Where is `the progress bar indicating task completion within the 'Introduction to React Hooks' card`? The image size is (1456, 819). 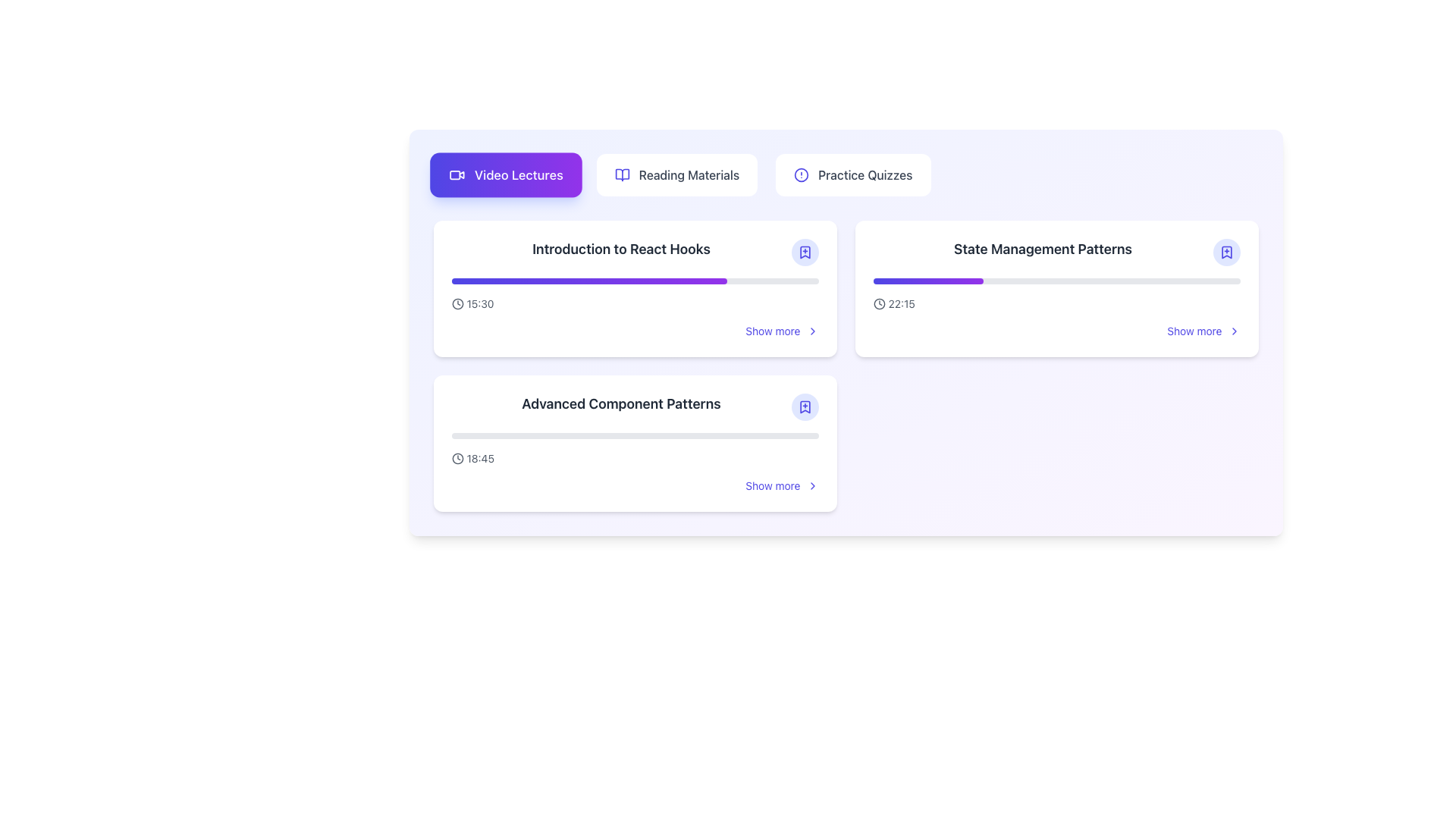 the progress bar indicating task completion within the 'Introduction to React Hooks' card is located at coordinates (588, 281).